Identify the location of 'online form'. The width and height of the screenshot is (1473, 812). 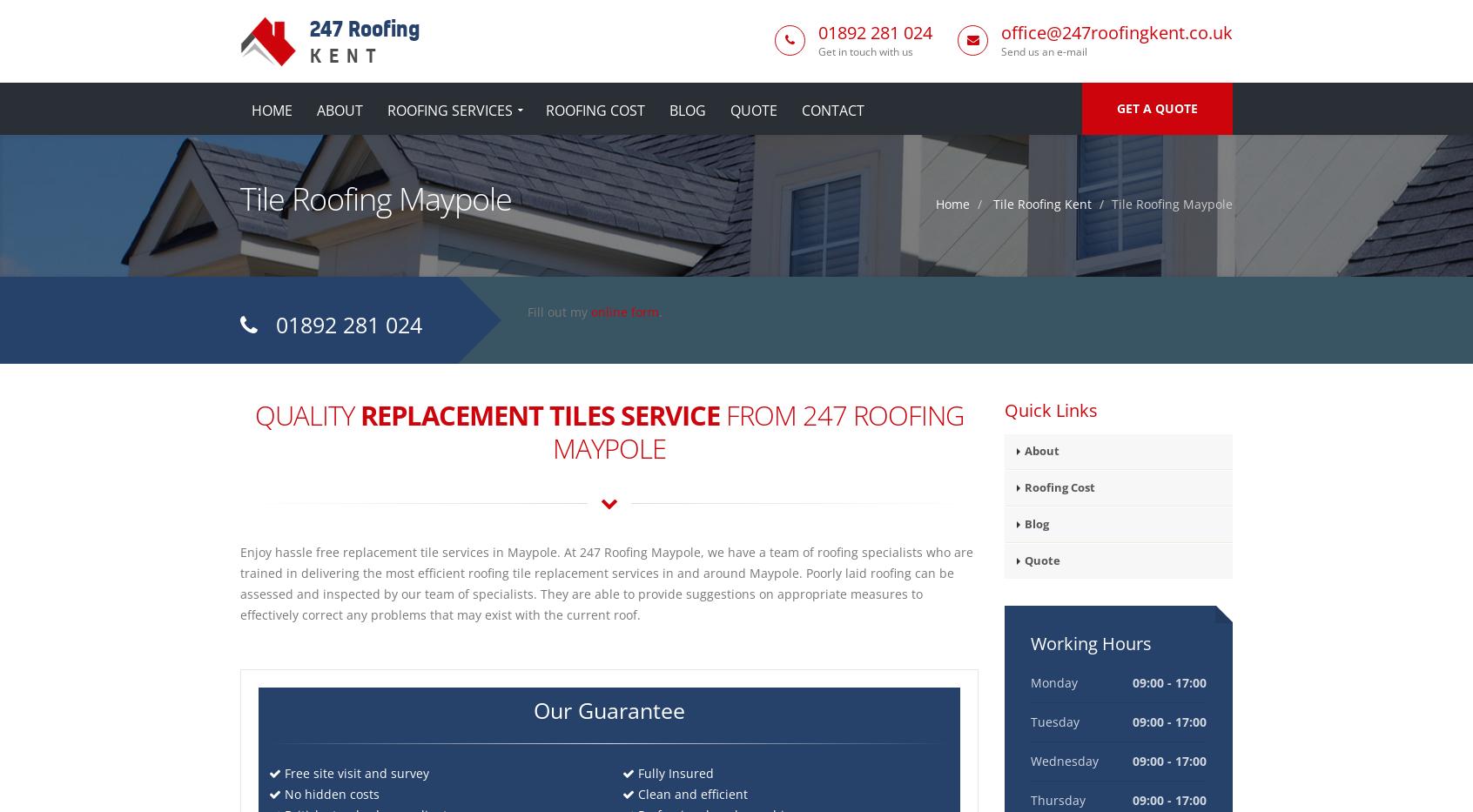
(590, 311).